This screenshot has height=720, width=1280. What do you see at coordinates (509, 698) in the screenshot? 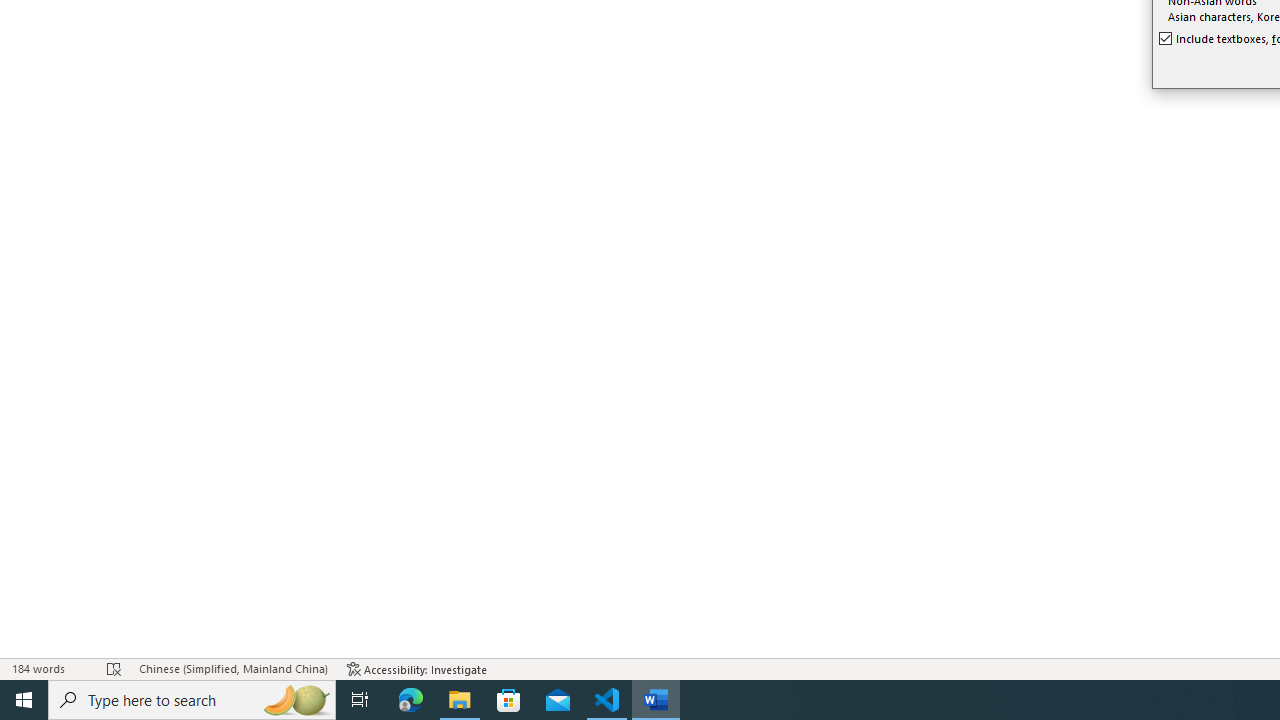
I see `'Microsoft Store'` at bounding box center [509, 698].